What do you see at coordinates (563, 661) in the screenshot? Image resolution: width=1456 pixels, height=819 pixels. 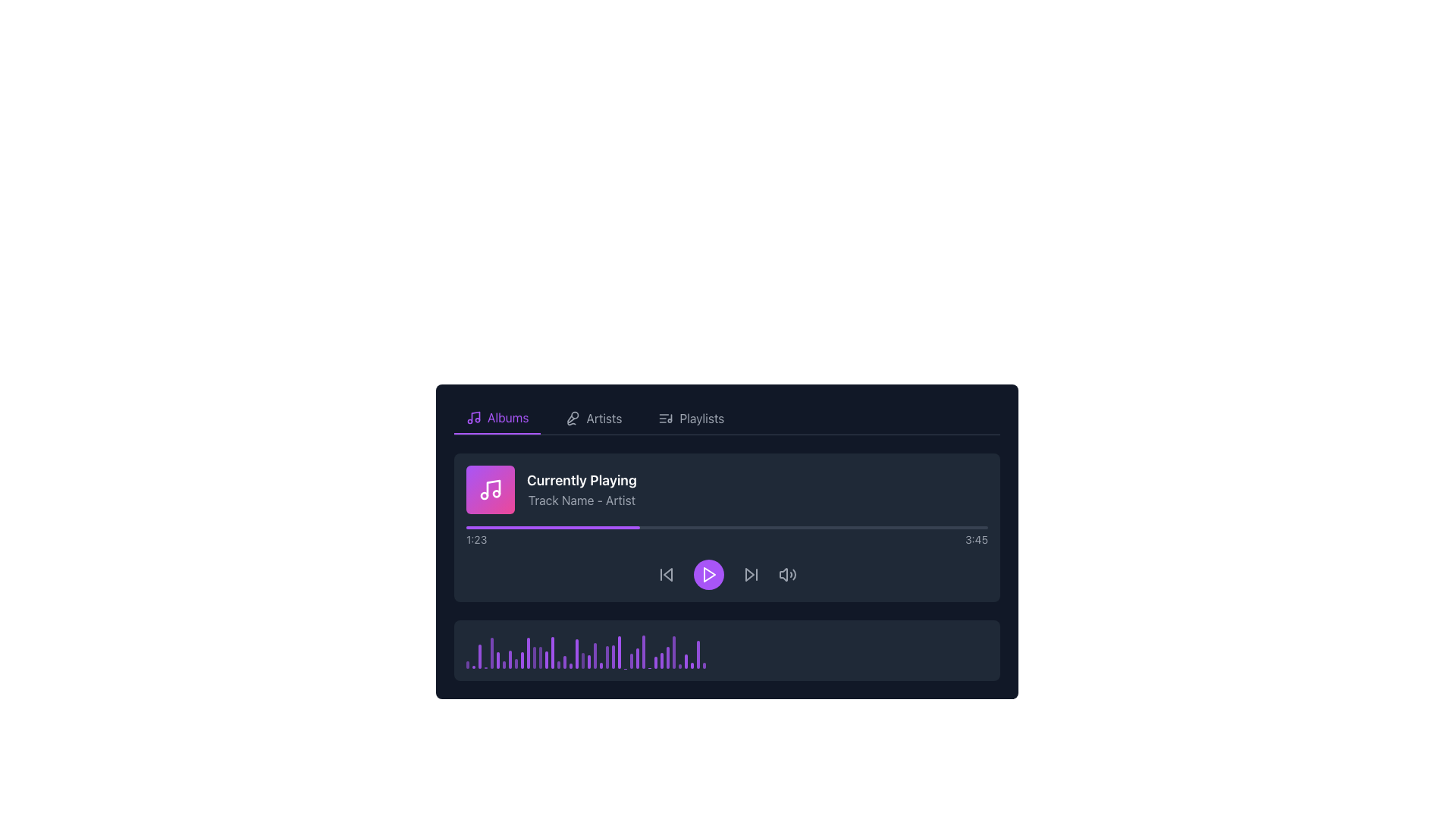 I see `the 18th vertical bar representing amplitude level in the audio waveform visualization located in the dark rectangular audiovisual panel at the bottom of the interface` at bounding box center [563, 661].